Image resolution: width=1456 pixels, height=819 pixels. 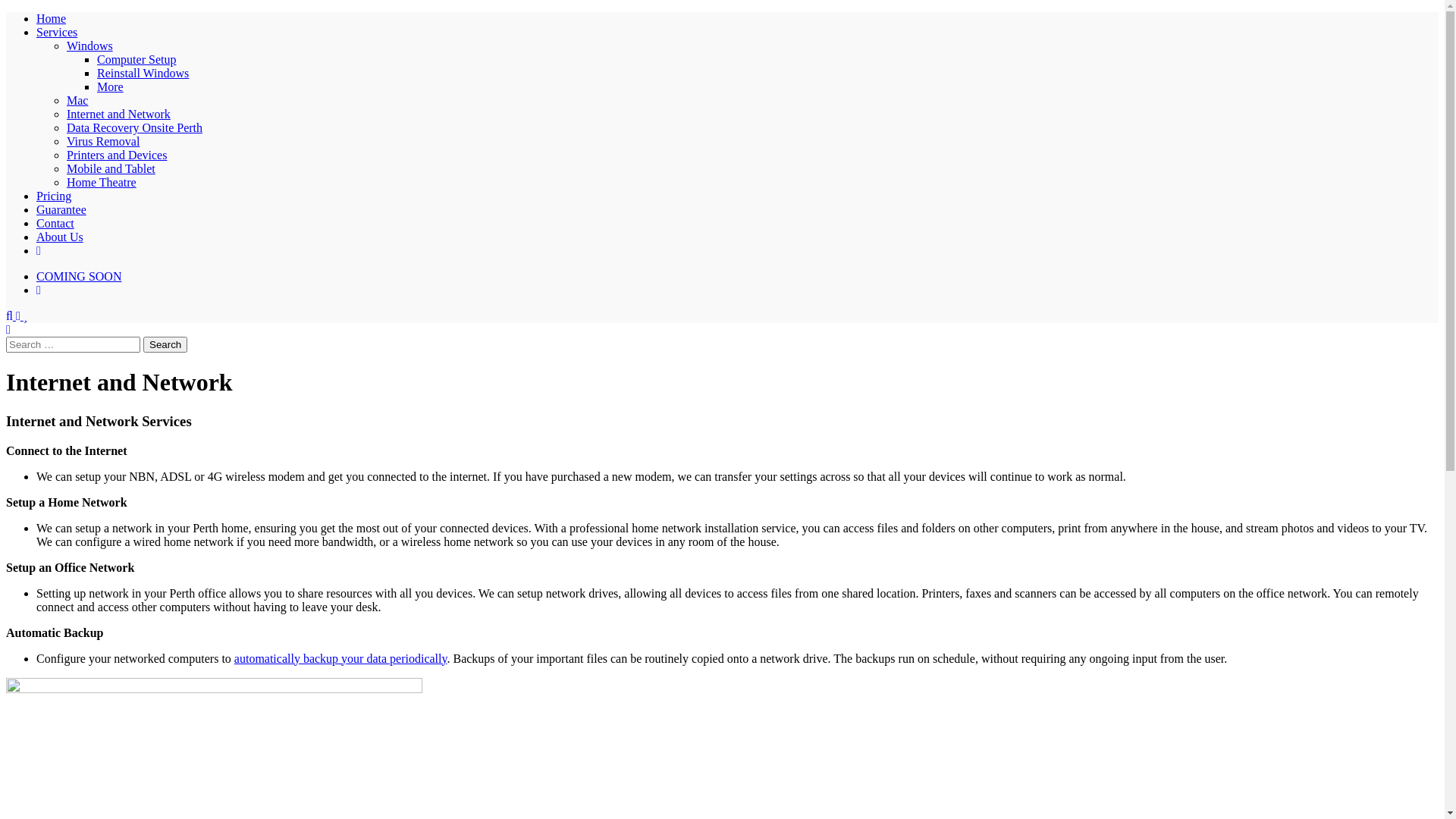 What do you see at coordinates (36, 209) in the screenshot?
I see `'Guarantee'` at bounding box center [36, 209].